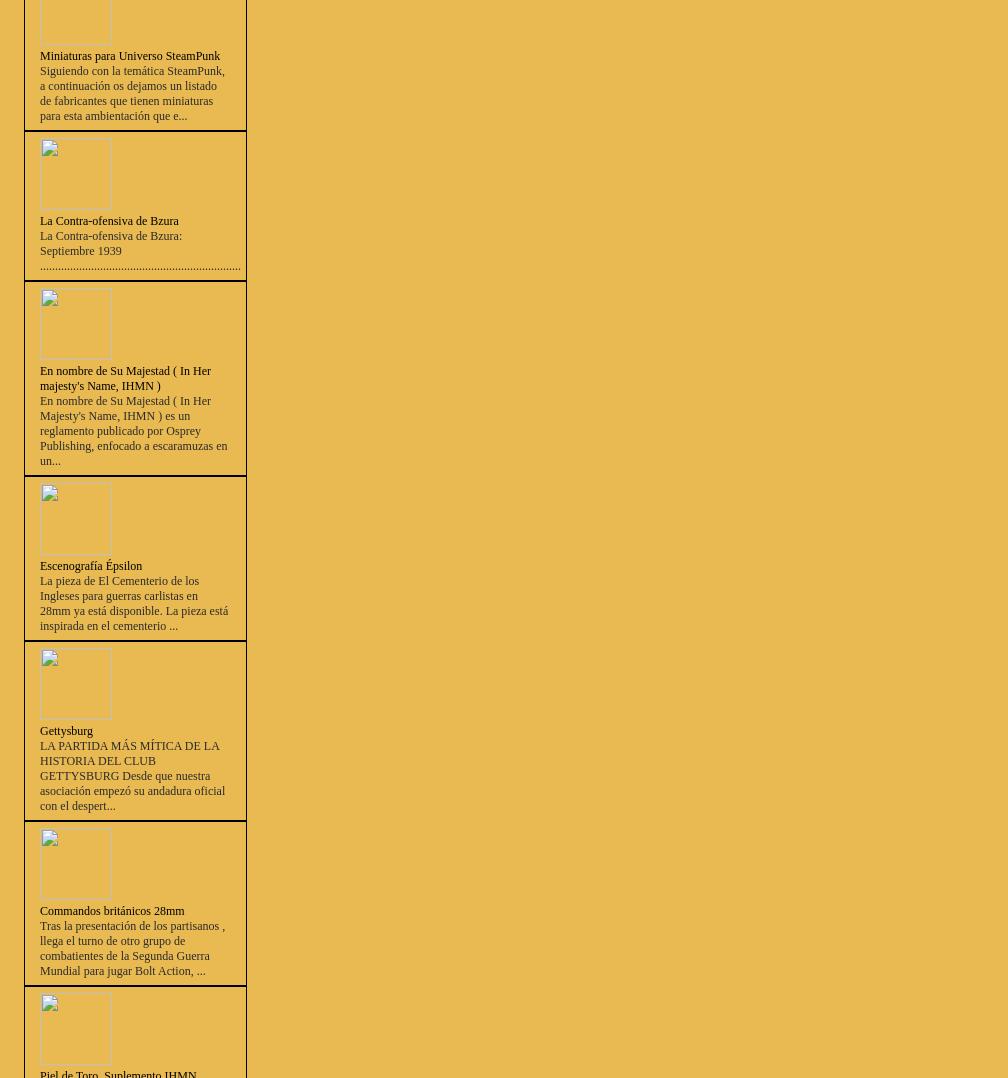 This screenshot has height=1078, width=1008. What do you see at coordinates (132, 775) in the screenshot?
I see `'LA PARTIDA MÁS MÍTICA DE LA HISTORIA DEL CLUB GETTYSBURG Desde que nuestra asociación empezó su andadura oficial con el despert...'` at bounding box center [132, 775].